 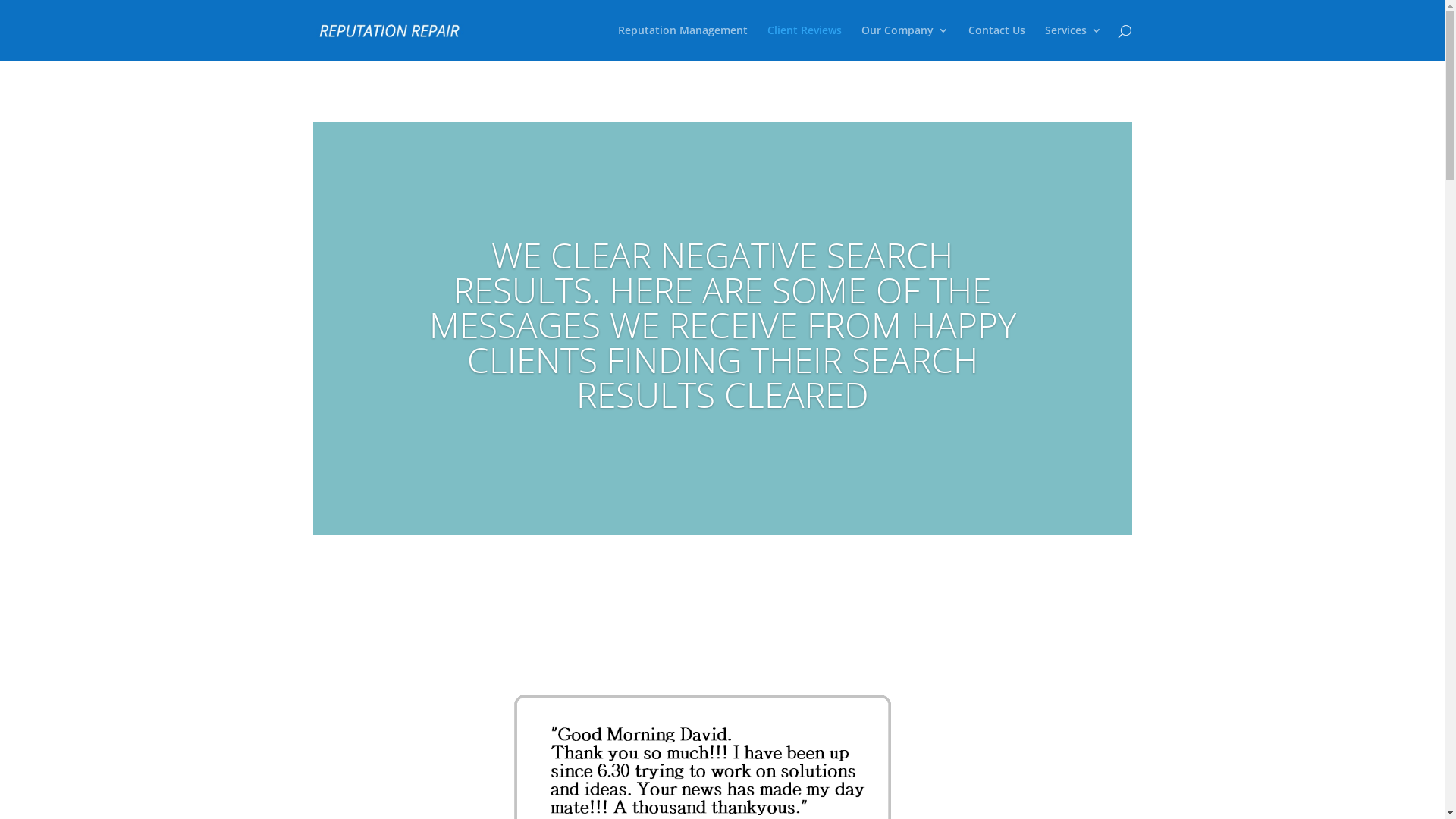 What do you see at coordinates (996, 42) in the screenshot?
I see `'Contact Us'` at bounding box center [996, 42].